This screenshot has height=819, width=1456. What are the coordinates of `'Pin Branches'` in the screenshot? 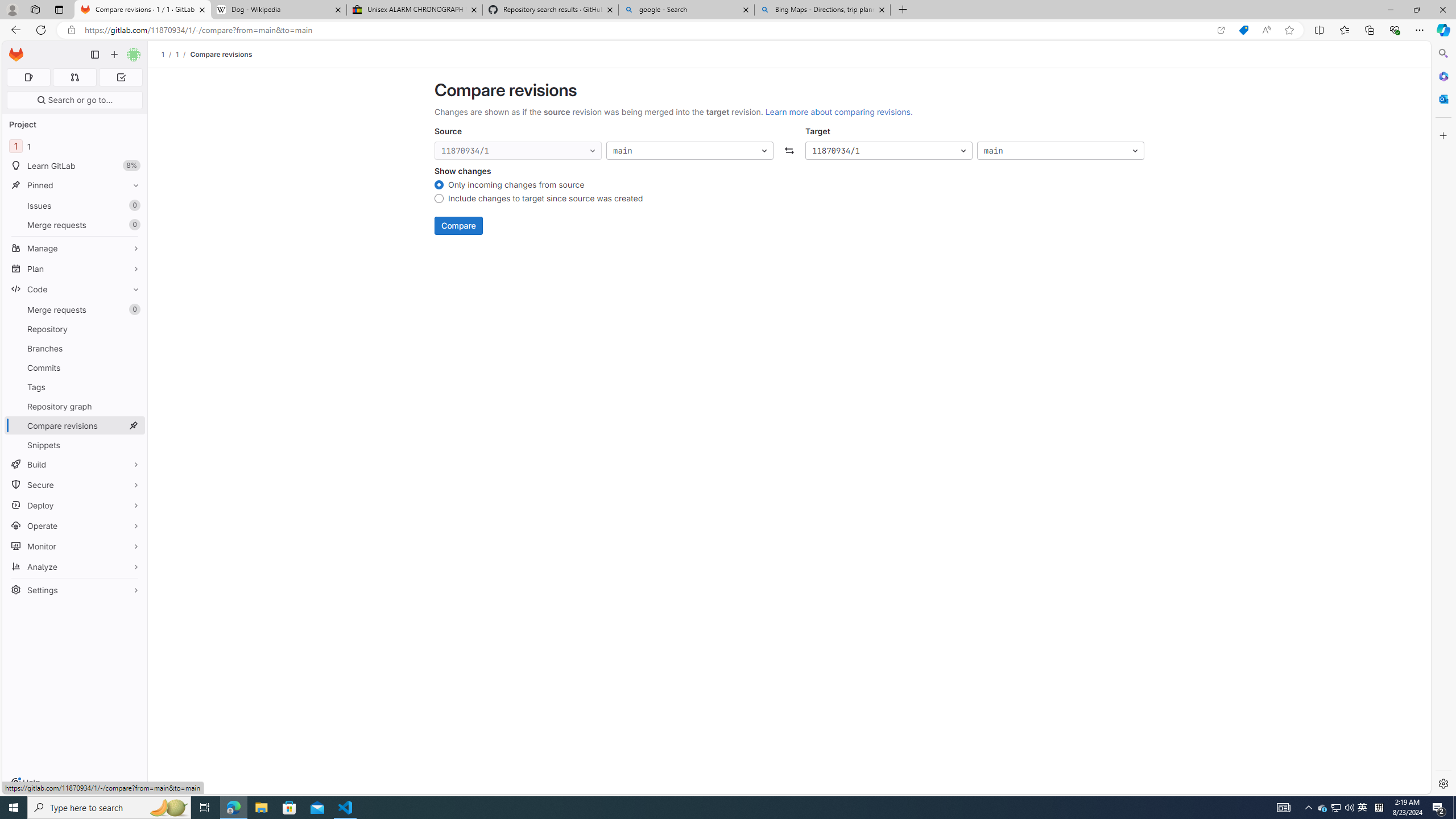 It's located at (133, 348).